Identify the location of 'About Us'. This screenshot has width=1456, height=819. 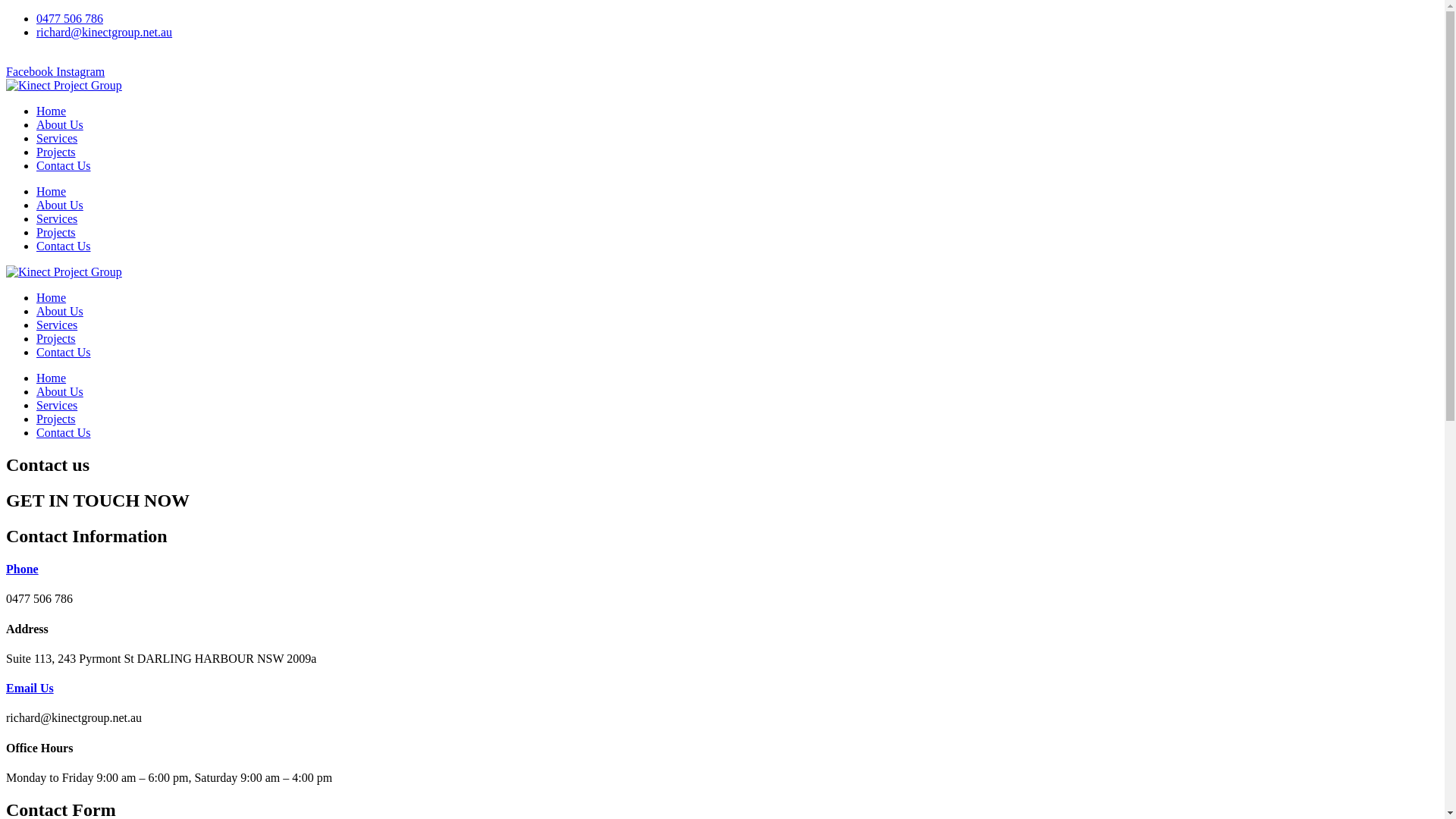
(59, 310).